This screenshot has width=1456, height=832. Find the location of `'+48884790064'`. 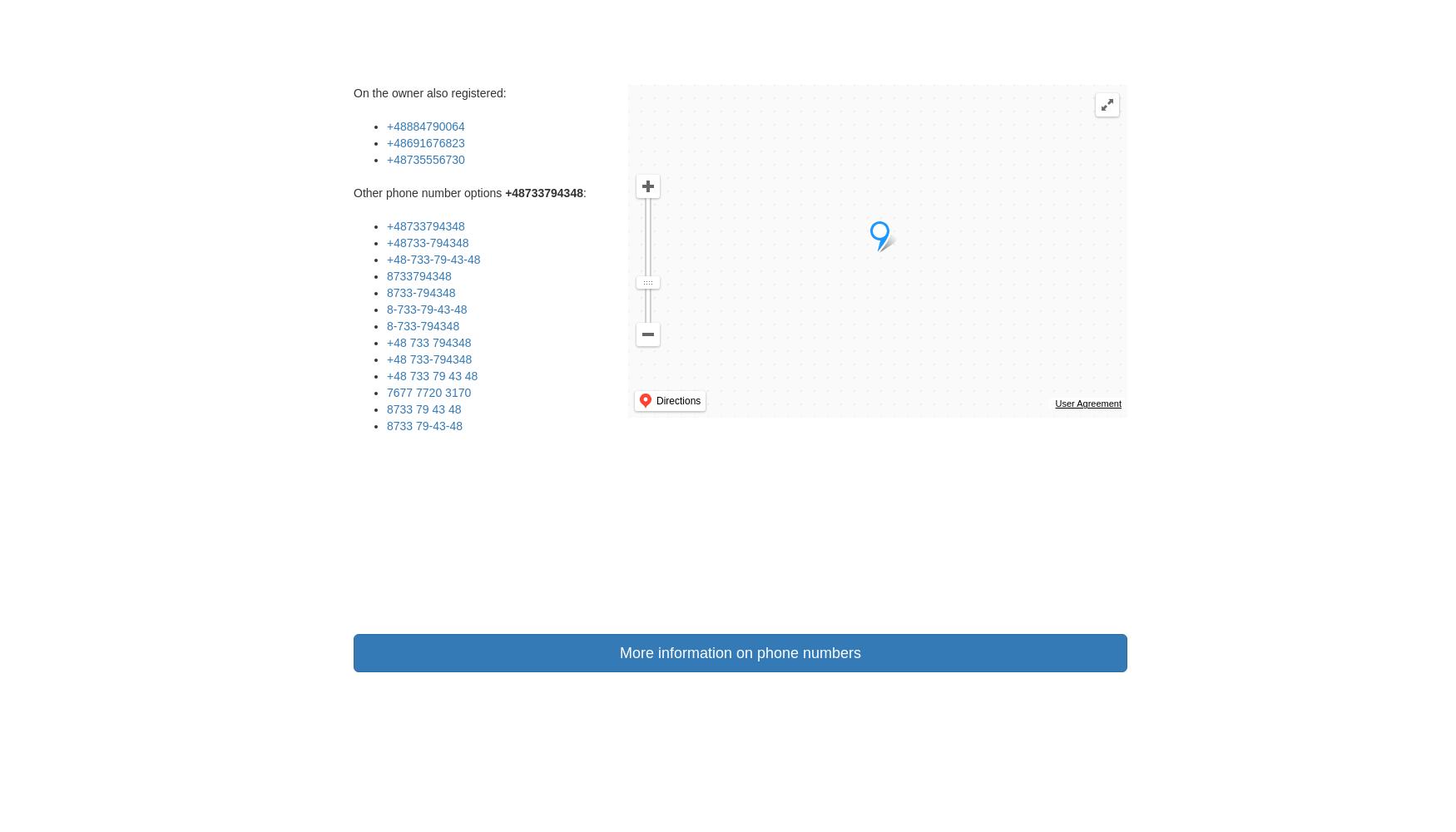

'+48884790064' is located at coordinates (424, 126).